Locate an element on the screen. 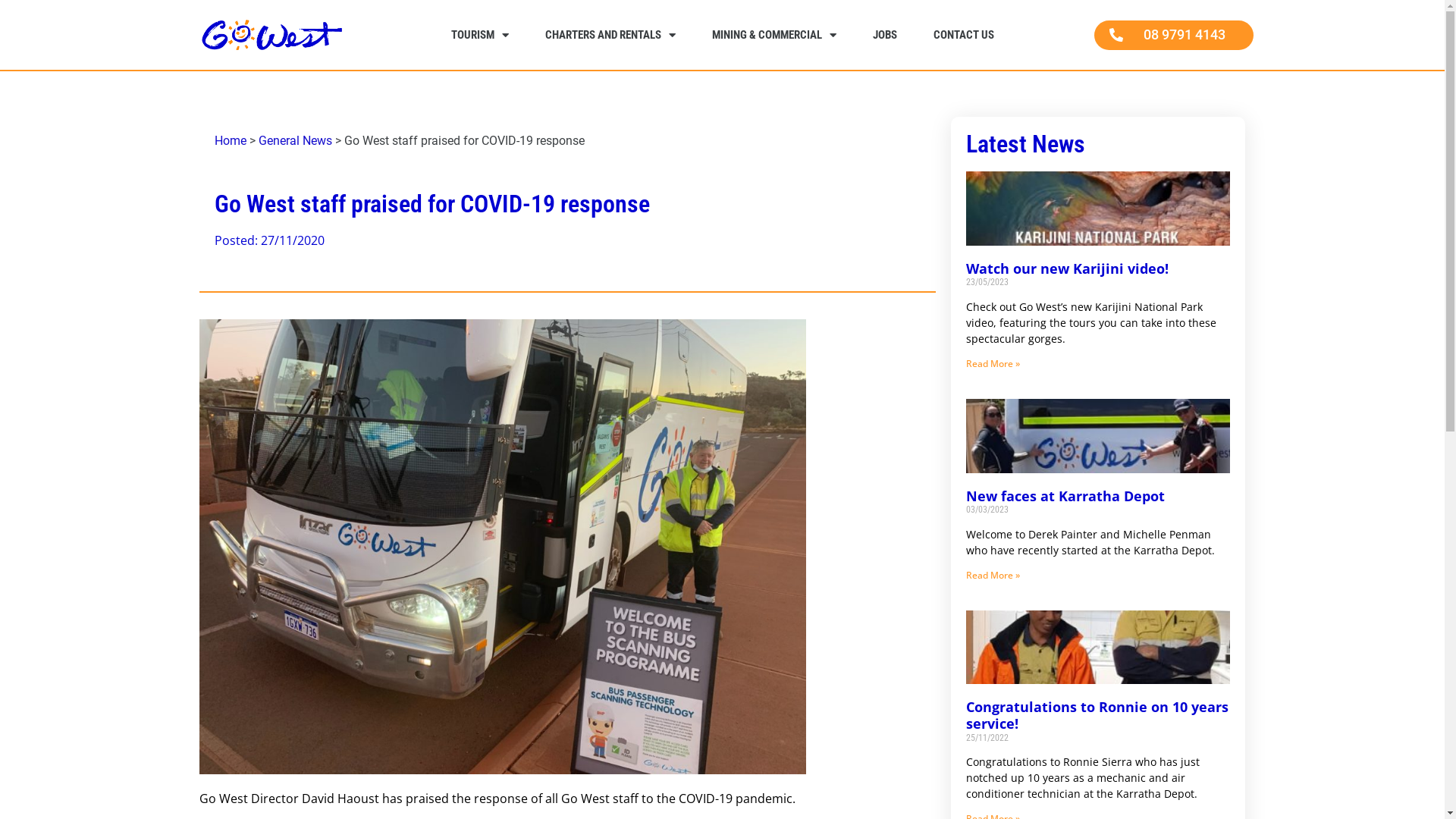  'General News' is located at coordinates (294, 140).